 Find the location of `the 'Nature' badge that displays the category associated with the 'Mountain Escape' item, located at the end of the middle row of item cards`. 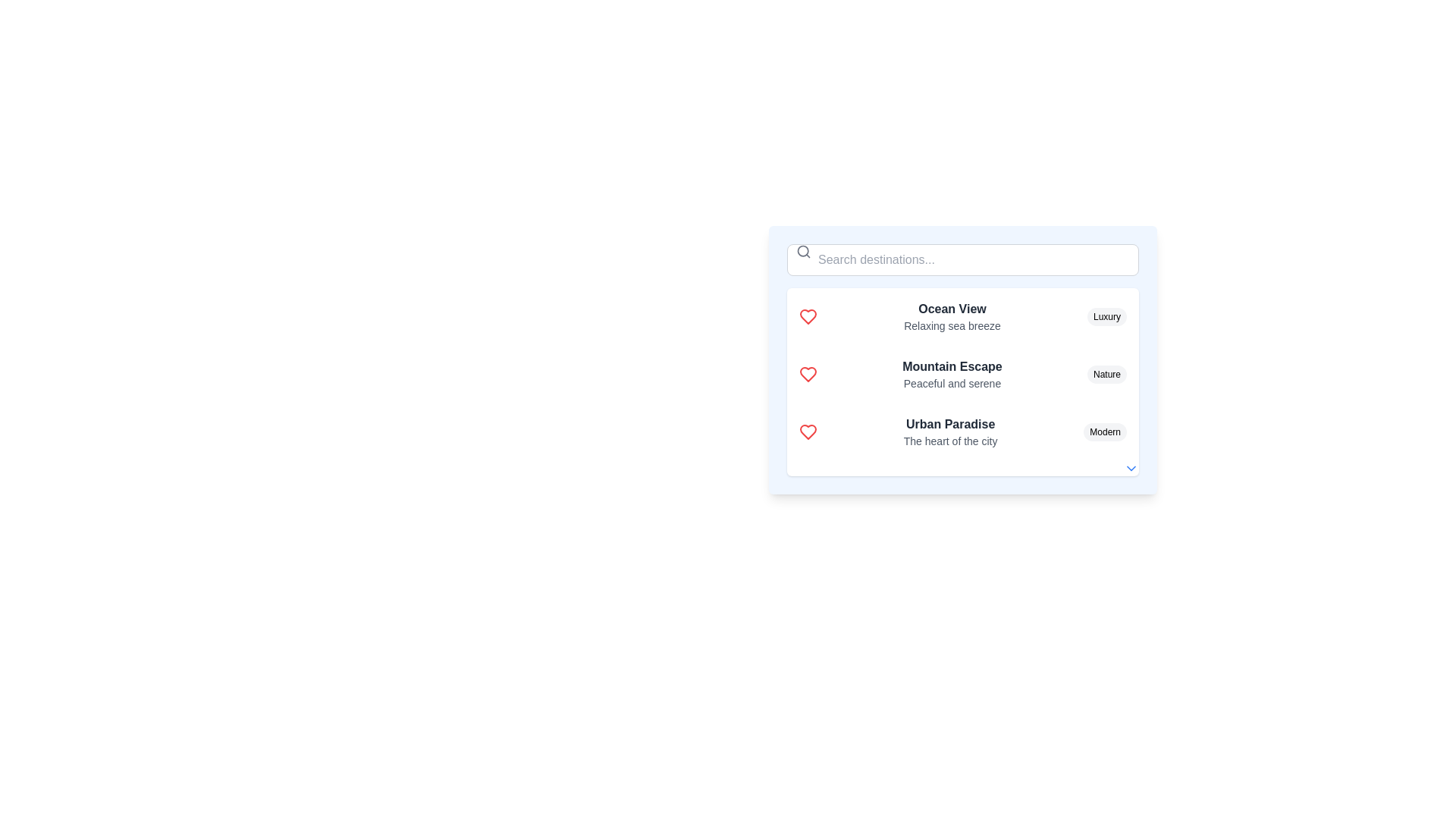

the 'Nature' badge that displays the category associated with the 'Mountain Escape' item, located at the end of the middle row of item cards is located at coordinates (1106, 374).